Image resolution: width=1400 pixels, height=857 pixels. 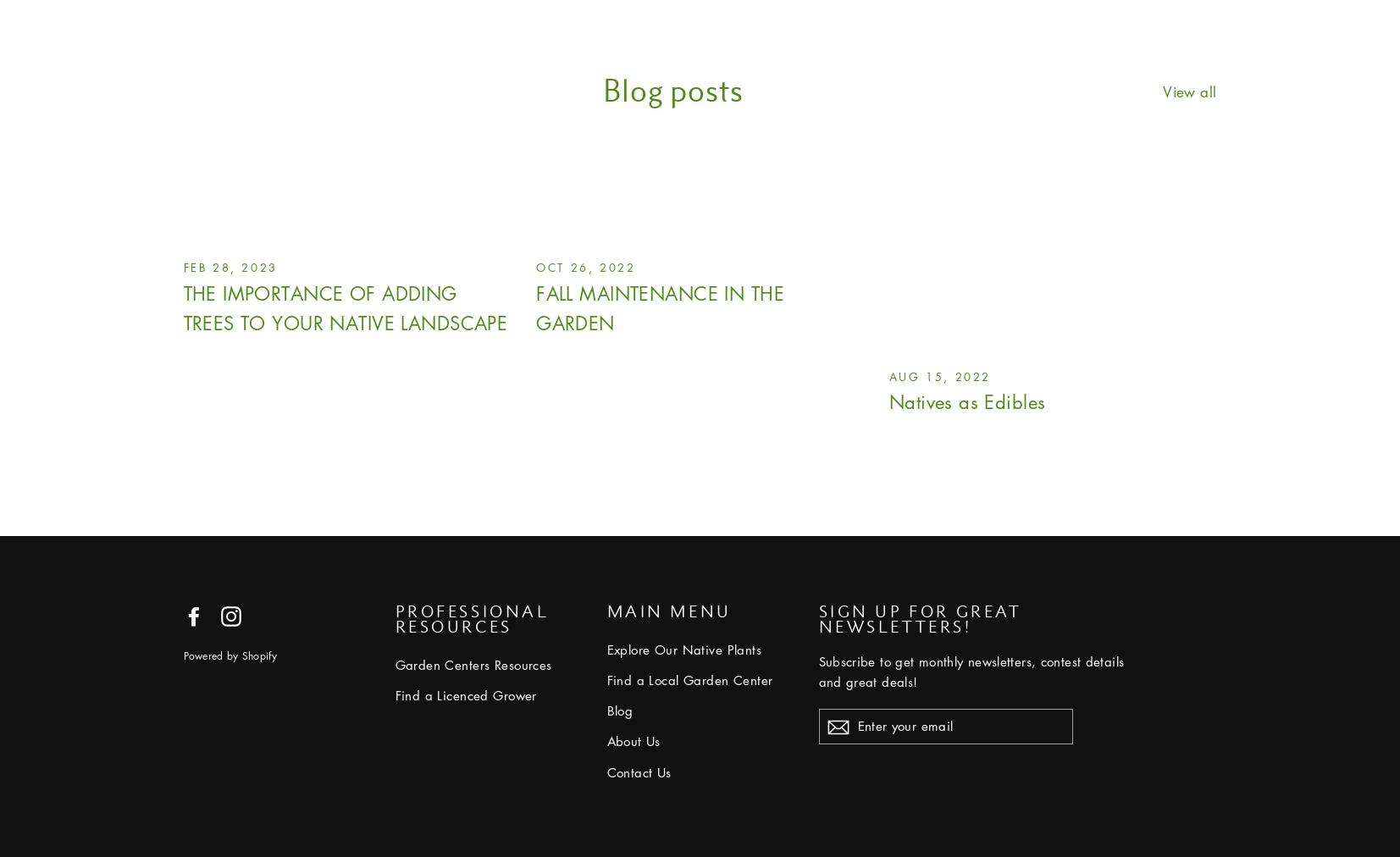 What do you see at coordinates (683, 647) in the screenshot?
I see `'Explore Our Native Plants'` at bounding box center [683, 647].